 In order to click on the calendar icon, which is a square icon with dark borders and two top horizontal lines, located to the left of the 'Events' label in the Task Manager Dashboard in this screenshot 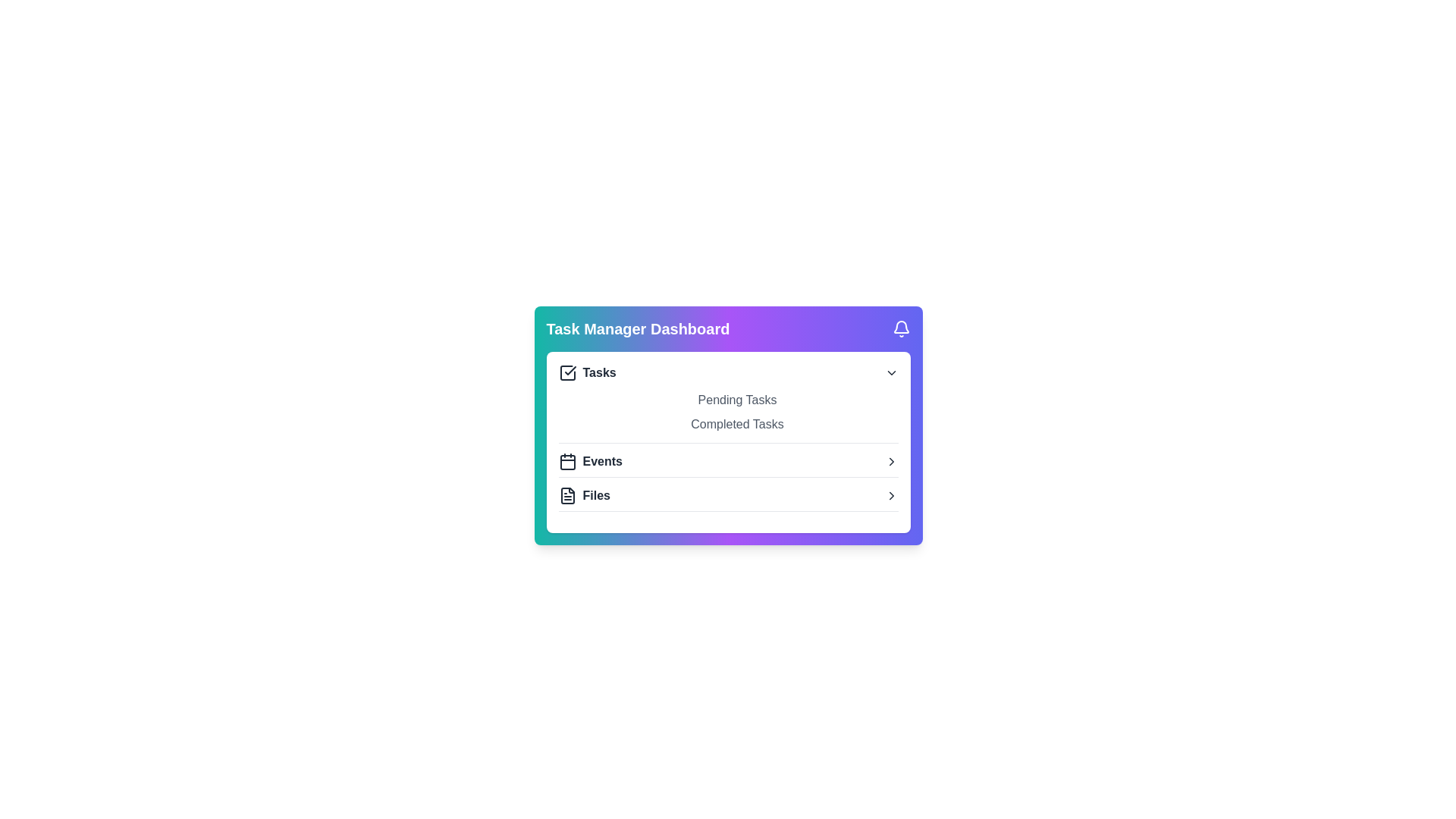, I will do `click(566, 461)`.